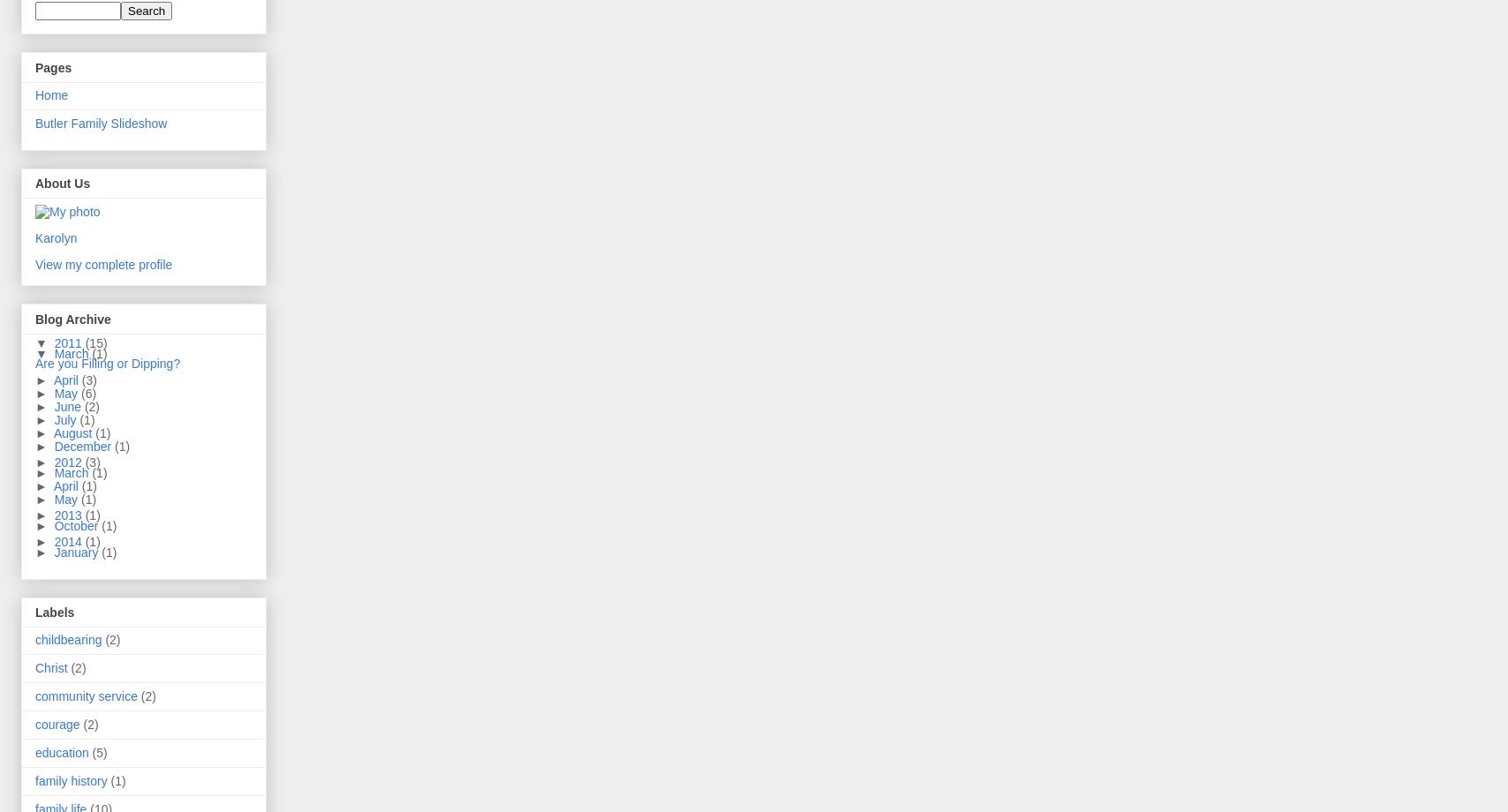 The width and height of the screenshot is (1508, 812). I want to click on 'community service', so click(86, 695).